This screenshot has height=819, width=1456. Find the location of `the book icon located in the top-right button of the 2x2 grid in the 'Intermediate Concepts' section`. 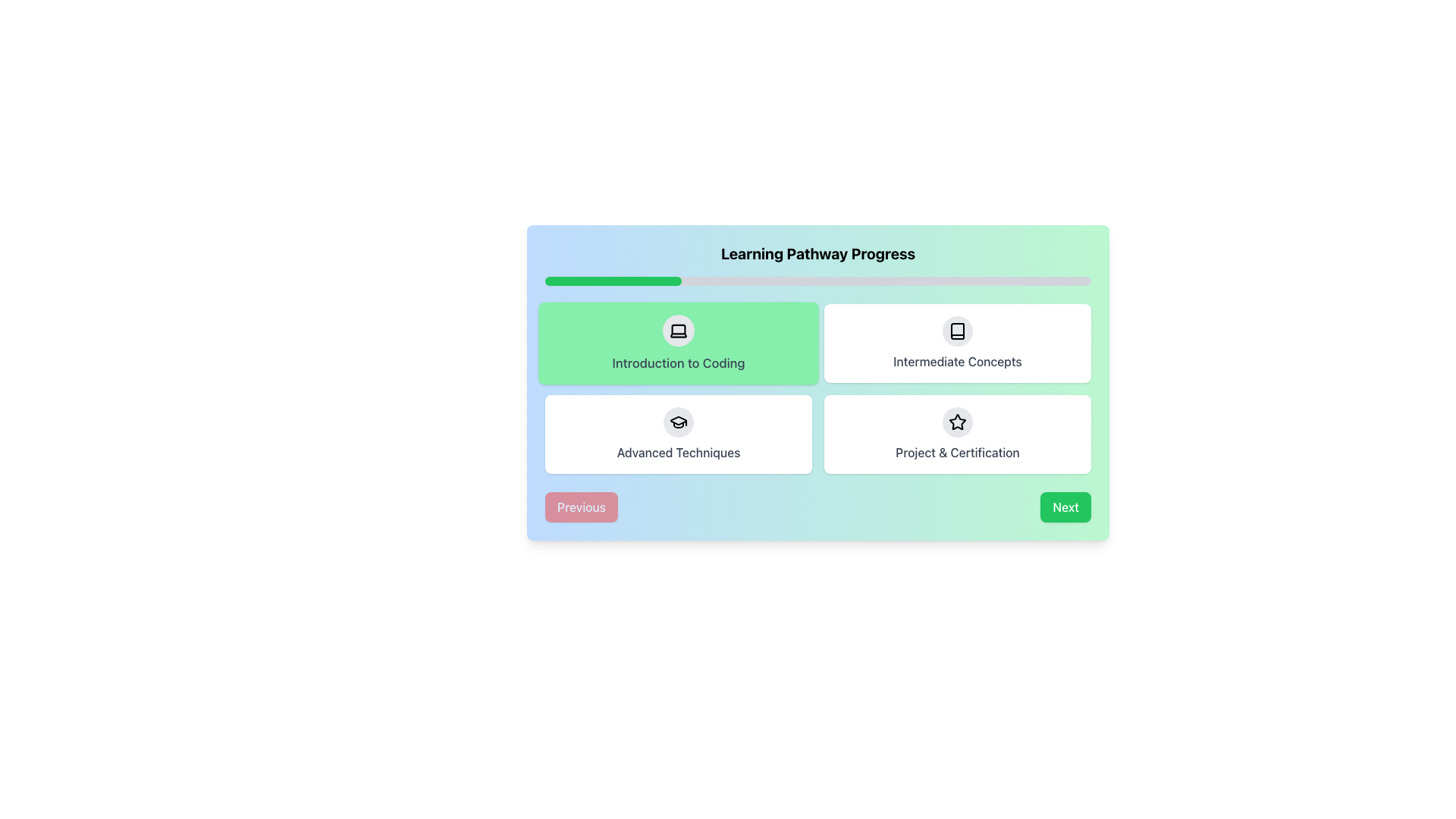

the book icon located in the top-right button of the 2x2 grid in the 'Intermediate Concepts' section is located at coordinates (956, 330).